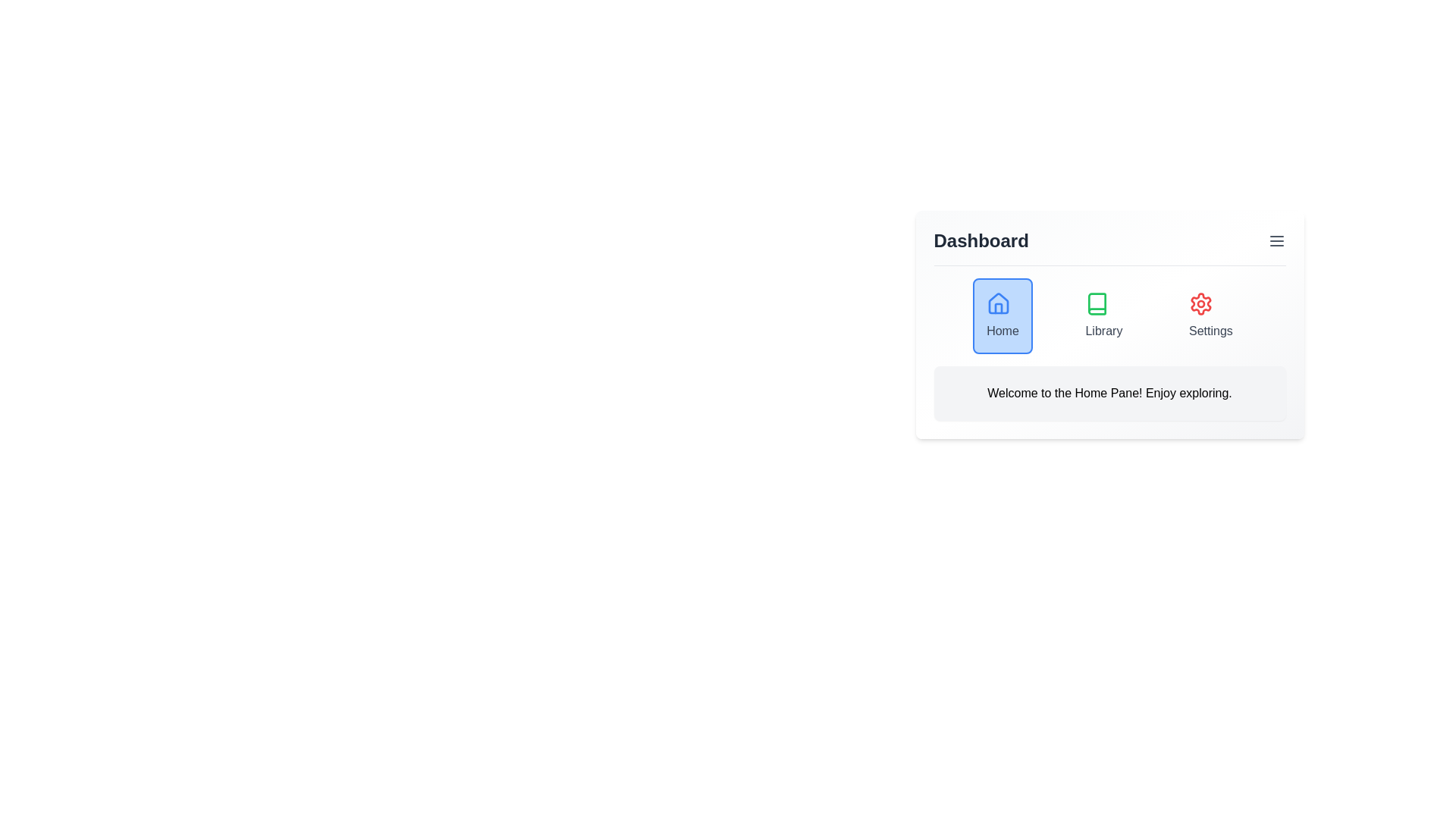 The height and width of the screenshot is (819, 1456). What do you see at coordinates (1200, 304) in the screenshot?
I see `the cogwheel settings icon located in the navigation bar, which is the rightmost of three icons and adjacent to the 'Library' icon` at bounding box center [1200, 304].